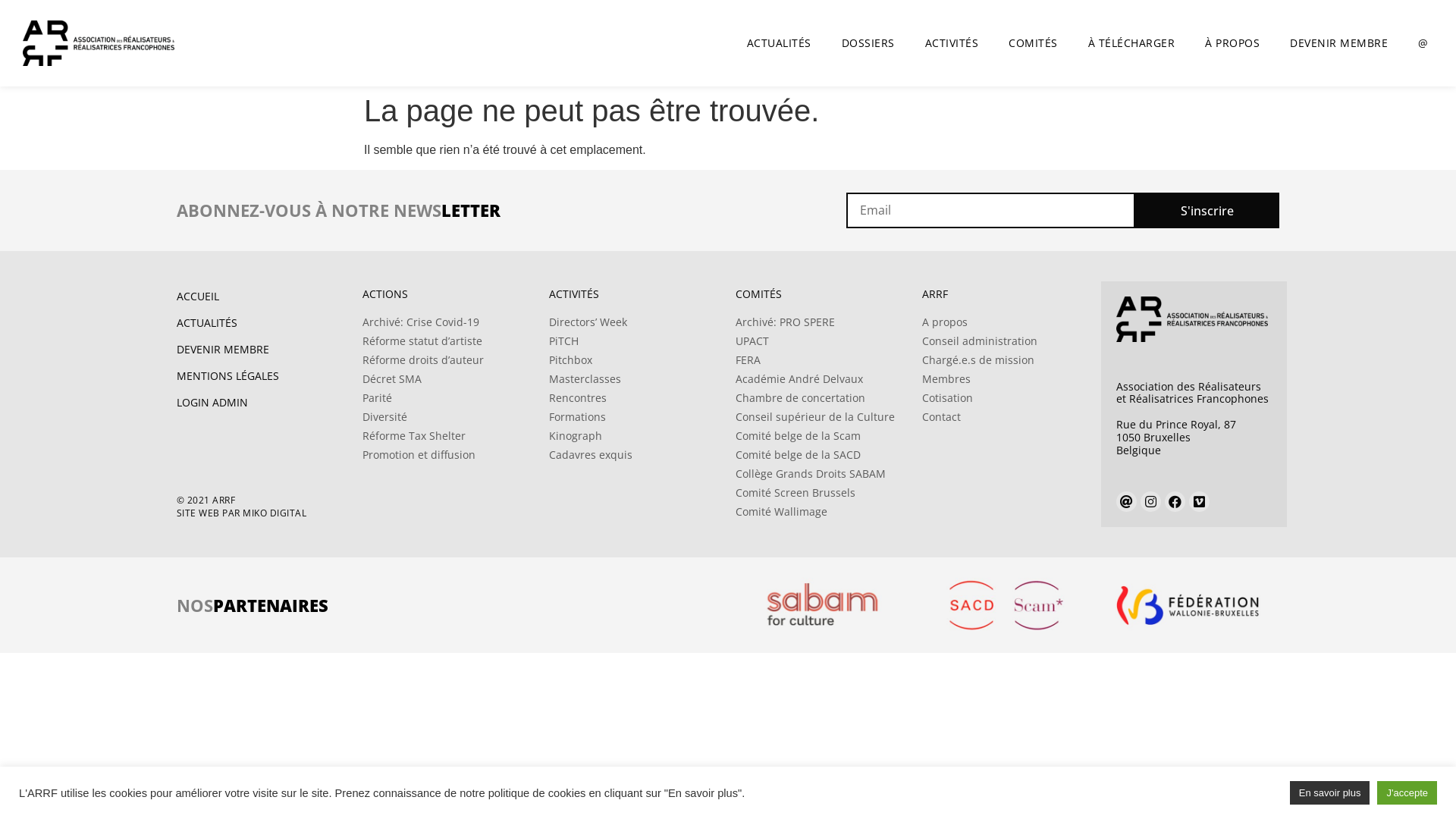  I want to click on '@', so click(1417, 42).